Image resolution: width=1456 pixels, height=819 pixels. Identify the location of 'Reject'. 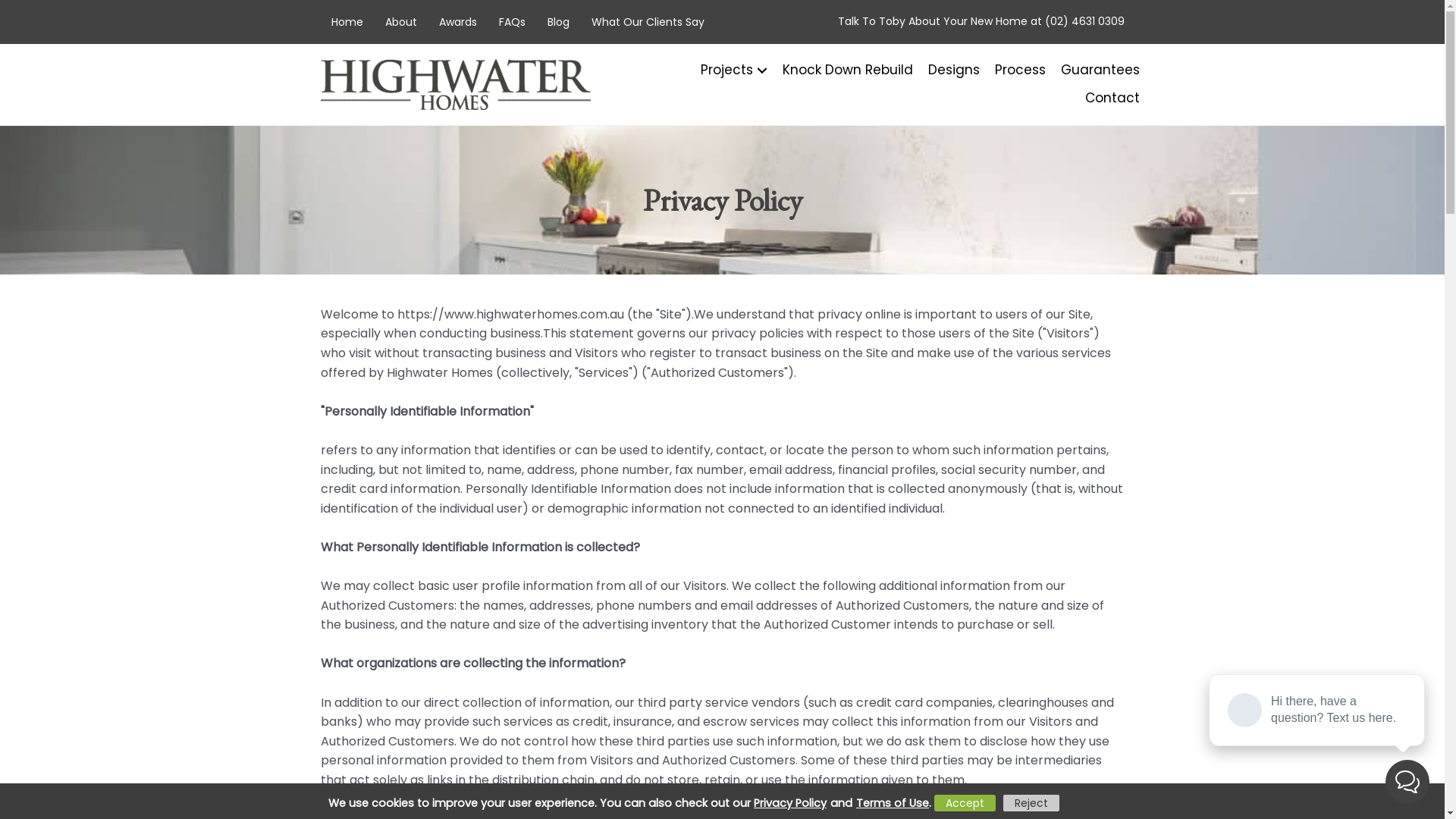
(1031, 802).